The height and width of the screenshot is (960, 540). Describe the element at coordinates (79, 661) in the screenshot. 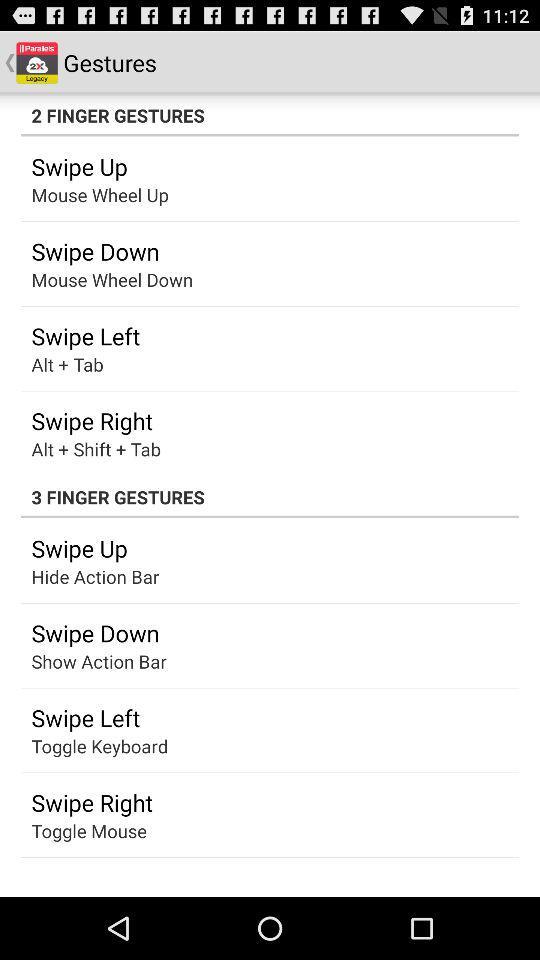

I see `the item above swipe left app` at that location.